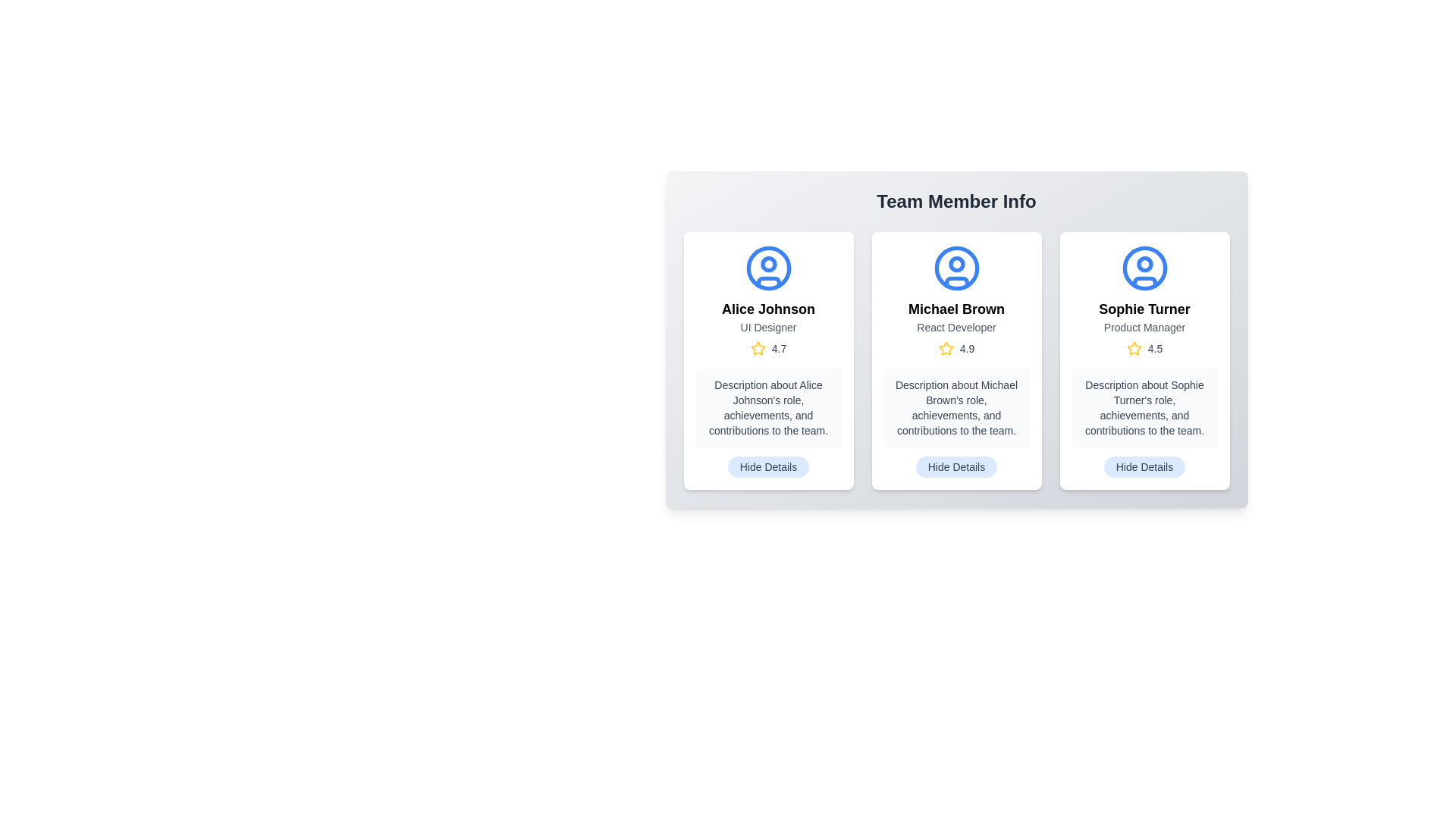 The width and height of the screenshot is (1456, 819). I want to click on the circular SVG element representing a user icon, which is located at the center of the card labeled 'Michael Brown' in the 'Team Member Info' section, so click(955, 268).